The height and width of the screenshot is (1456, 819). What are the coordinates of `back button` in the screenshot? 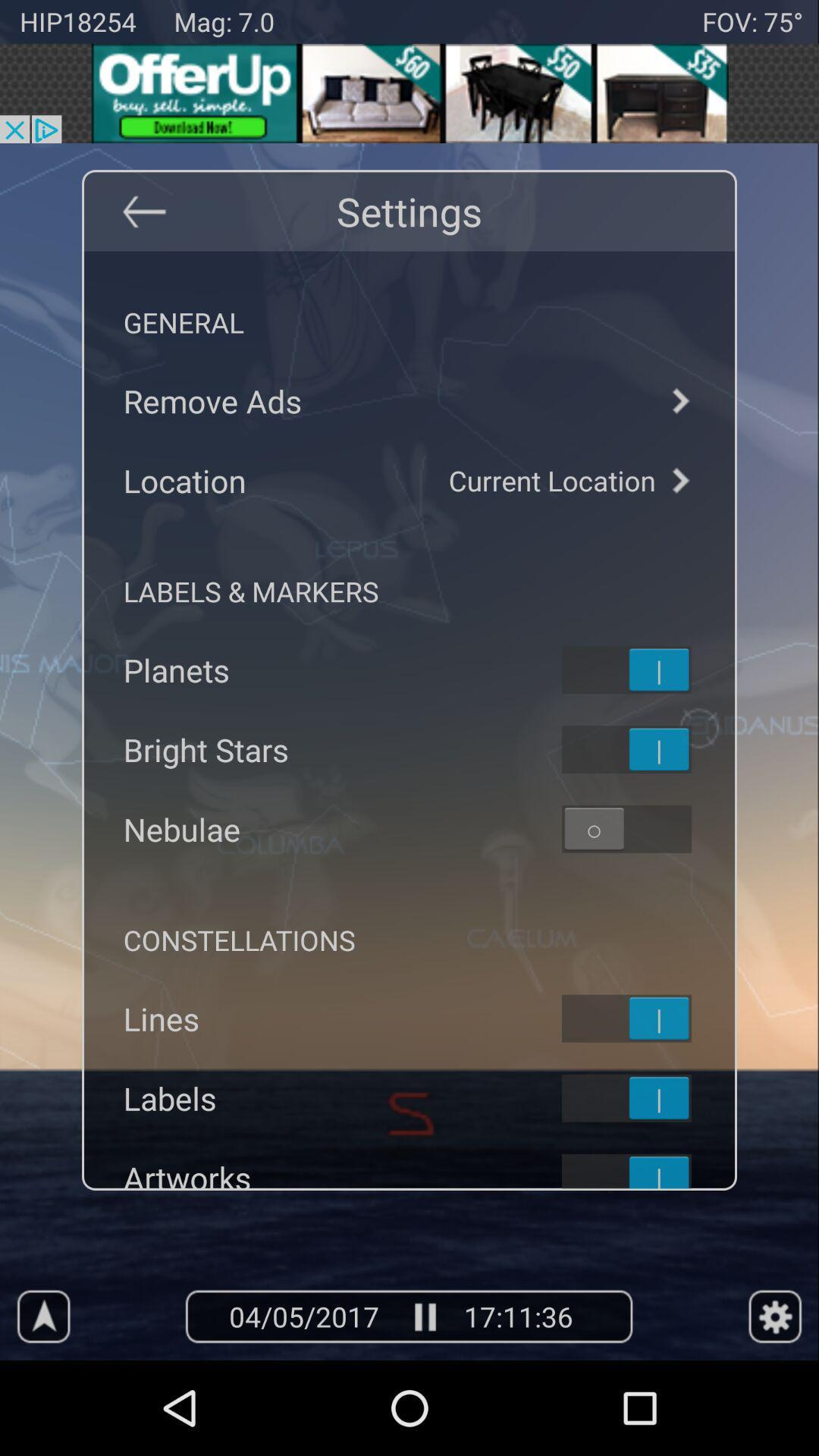 It's located at (143, 210).